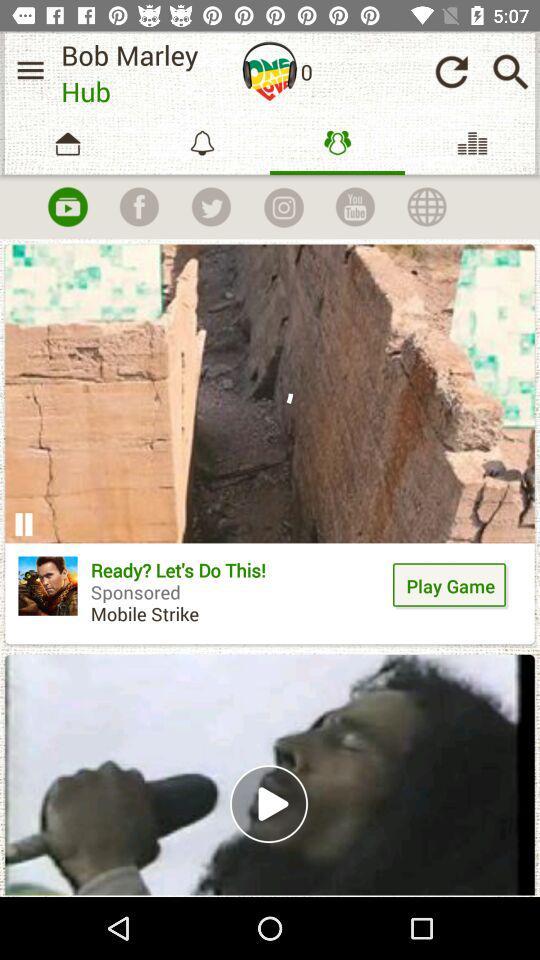 The height and width of the screenshot is (960, 540). I want to click on play, so click(67, 207).